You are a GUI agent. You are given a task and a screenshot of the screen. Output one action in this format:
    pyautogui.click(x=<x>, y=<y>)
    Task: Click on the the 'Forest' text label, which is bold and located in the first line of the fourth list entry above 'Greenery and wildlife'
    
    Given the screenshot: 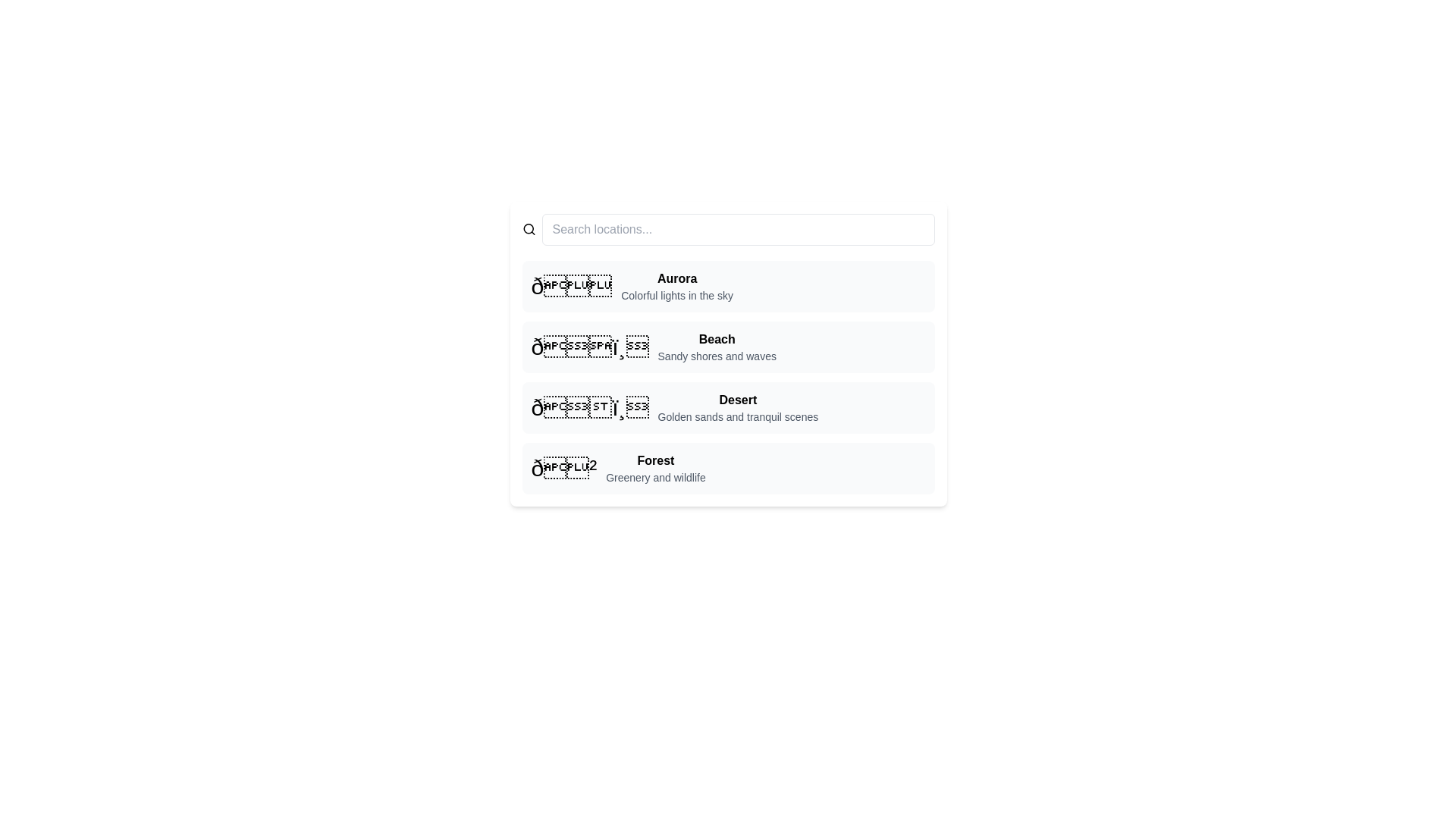 What is the action you would take?
    pyautogui.click(x=655, y=460)
    